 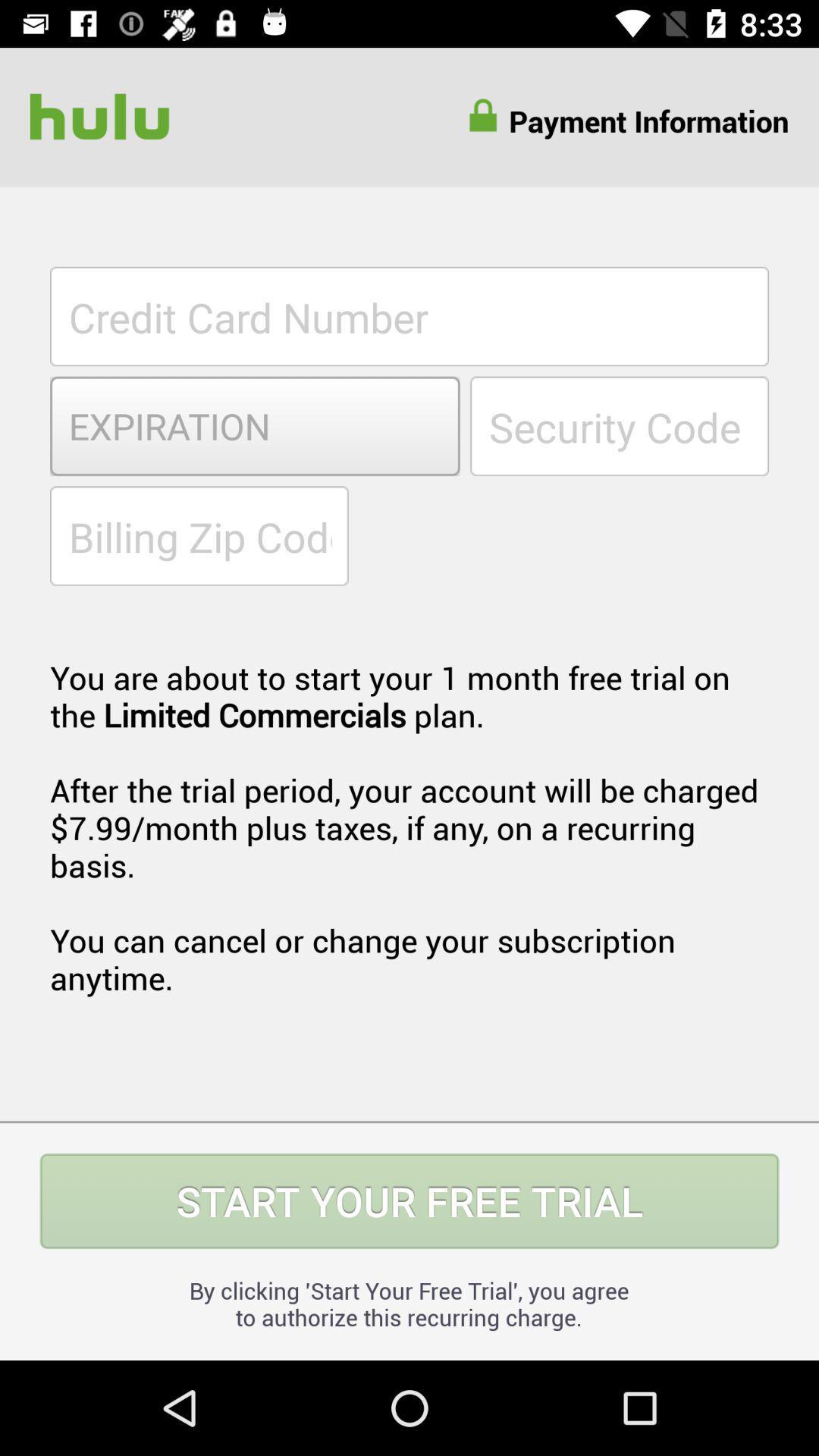 I want to click on credit card number text input, so click(x=409, y=315).